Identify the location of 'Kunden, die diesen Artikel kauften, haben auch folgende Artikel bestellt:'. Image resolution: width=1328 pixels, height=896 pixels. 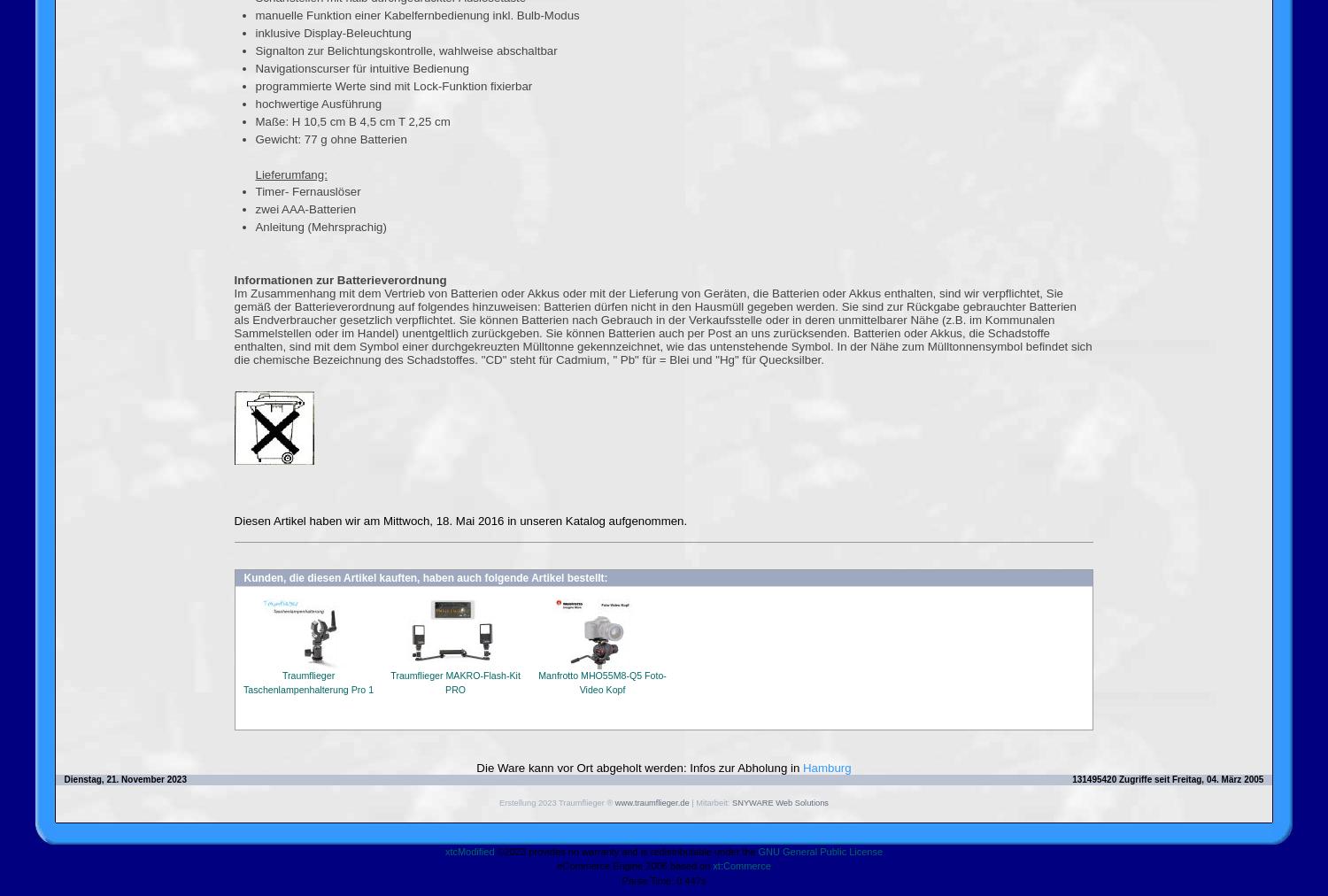
(424, 577).